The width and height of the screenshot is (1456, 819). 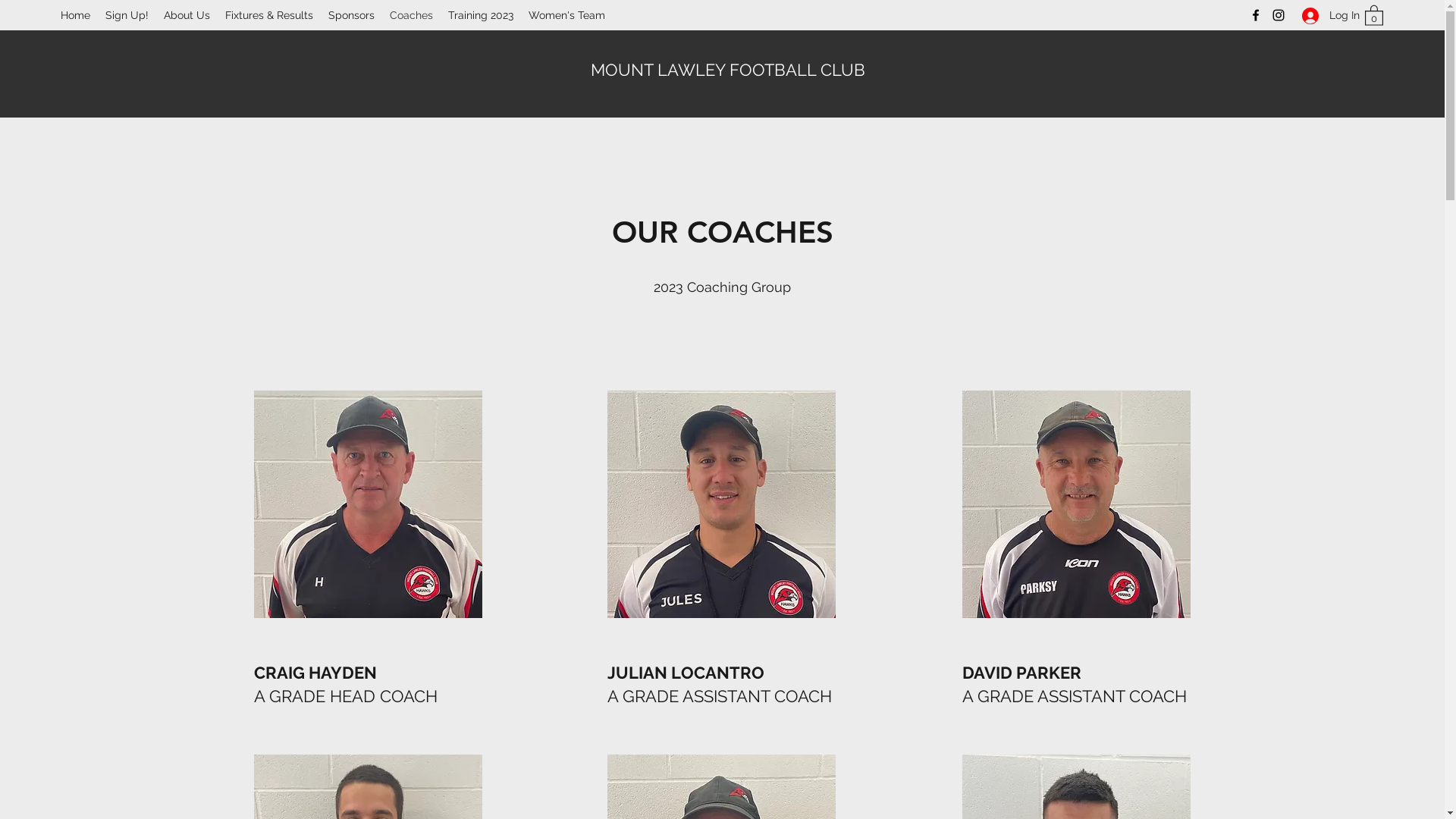 I want to click on 'Fixtures & Results', so click(x=269, y=14).